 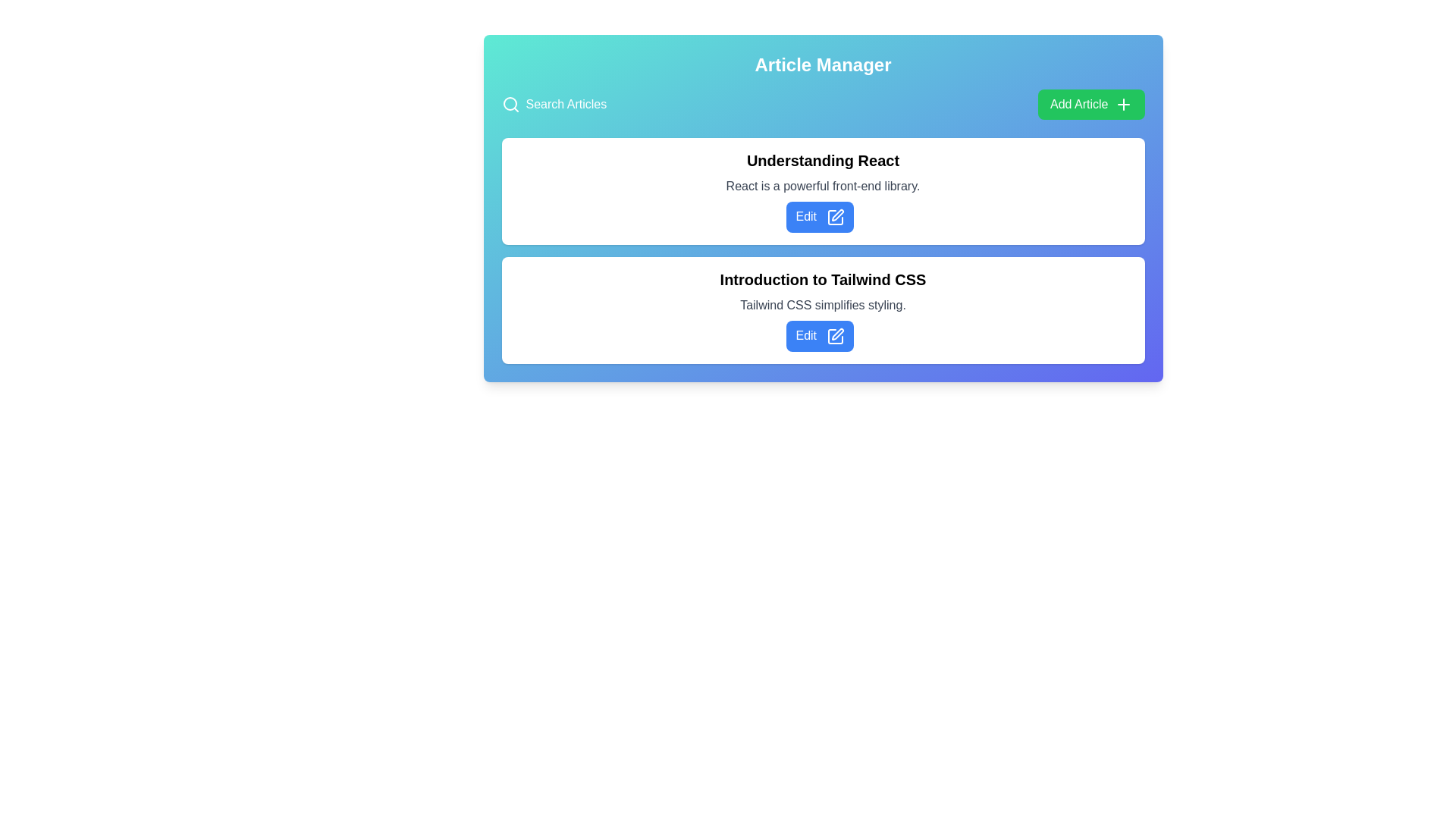 I want to click on descriptive text display element located directly below the title 'Understanding React', which provides additional information about the topic, so click(x=822, y=186).